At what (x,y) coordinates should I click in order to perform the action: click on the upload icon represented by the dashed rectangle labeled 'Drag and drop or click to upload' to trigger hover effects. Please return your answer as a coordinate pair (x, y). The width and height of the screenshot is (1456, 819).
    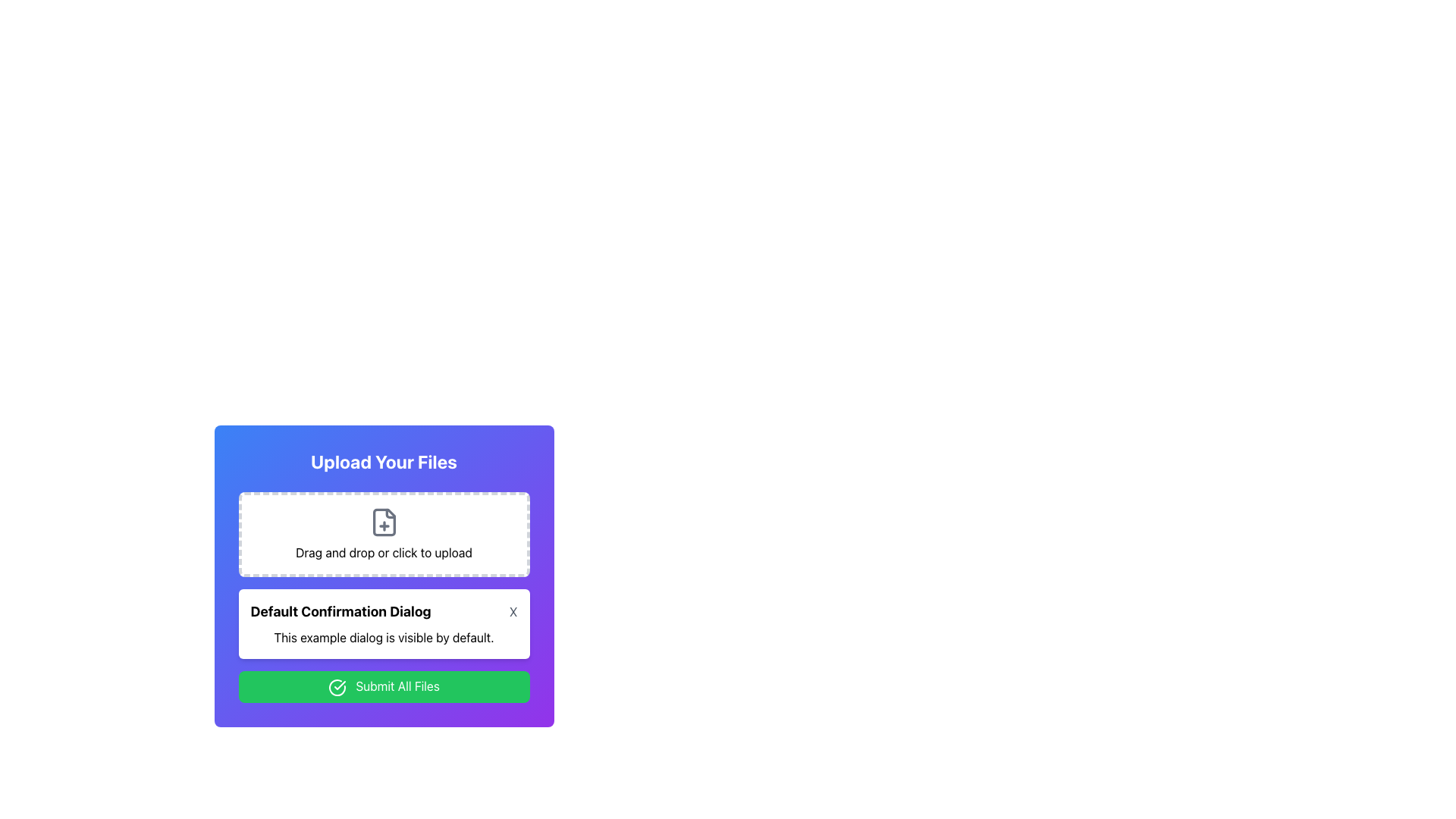
    Looking at the image, I should click on (384, 522).